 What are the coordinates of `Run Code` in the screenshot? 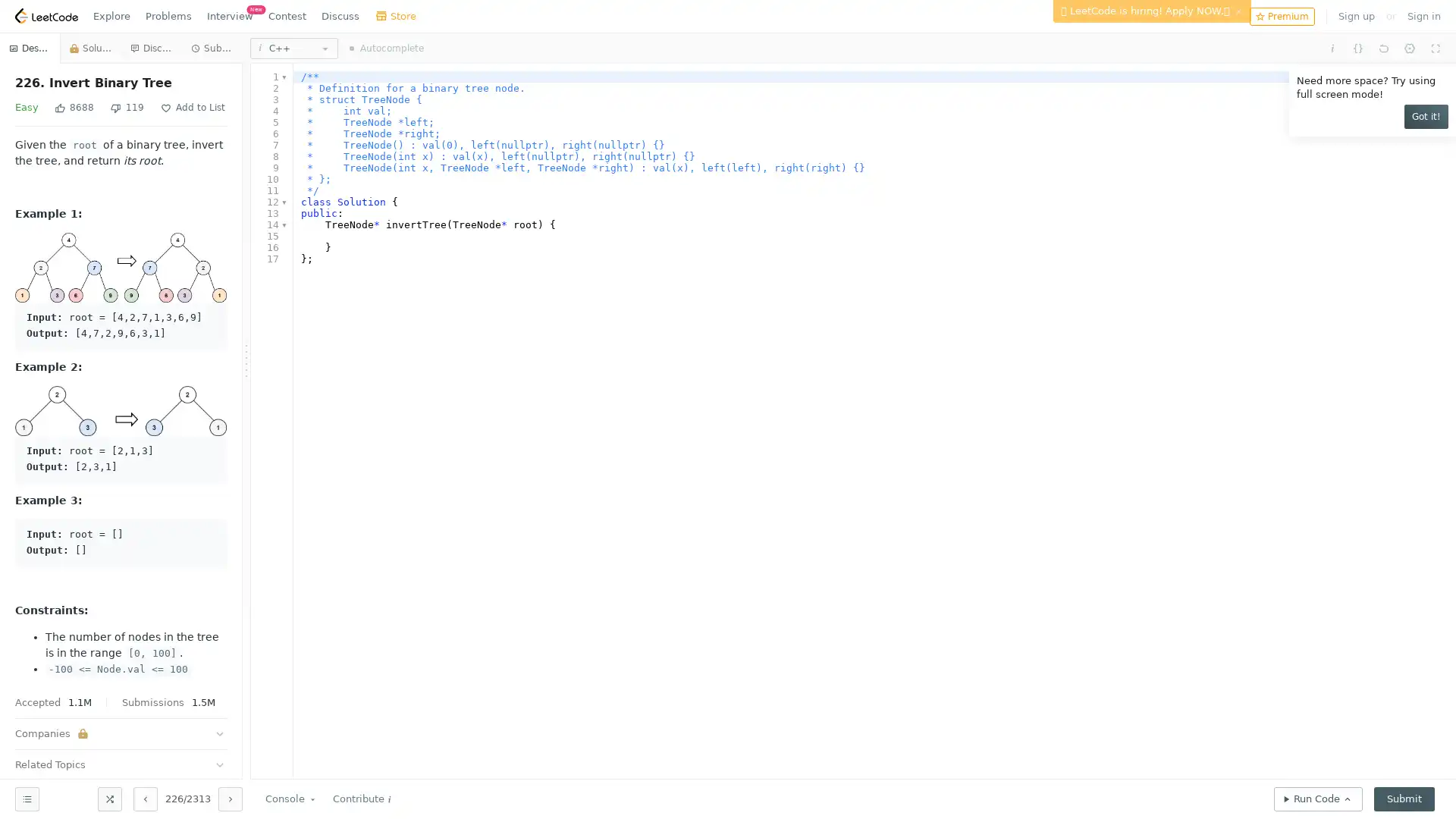 It's located at (1317, 798).